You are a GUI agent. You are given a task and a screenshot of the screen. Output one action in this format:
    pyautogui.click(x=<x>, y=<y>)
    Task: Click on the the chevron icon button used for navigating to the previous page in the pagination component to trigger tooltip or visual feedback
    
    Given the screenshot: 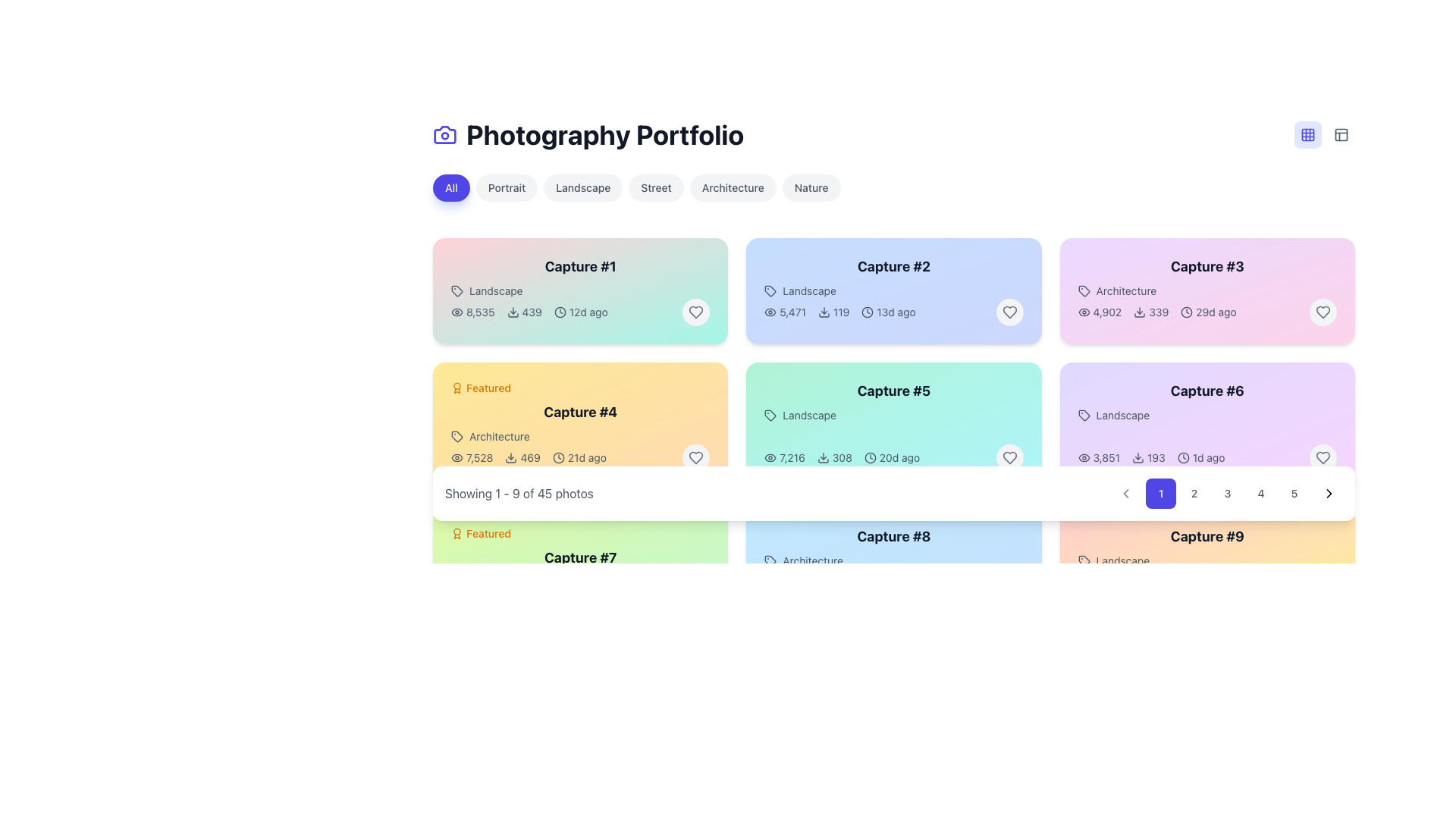 What is the action you would take?
    pyautogui.click(x=1125, y=494)
    